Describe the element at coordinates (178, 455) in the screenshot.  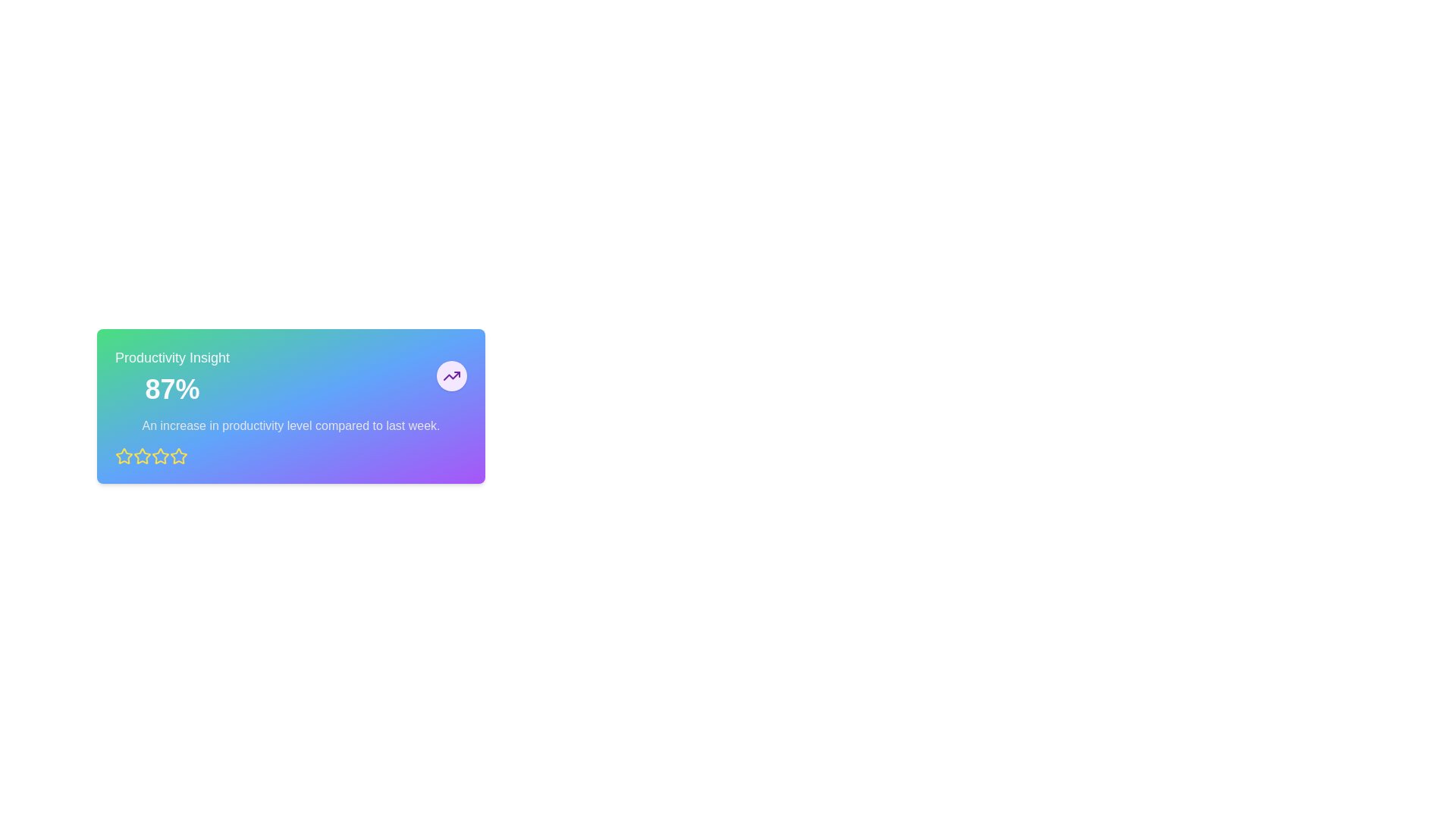
I see `the star-shaped icon with a yellow outline` at that location.